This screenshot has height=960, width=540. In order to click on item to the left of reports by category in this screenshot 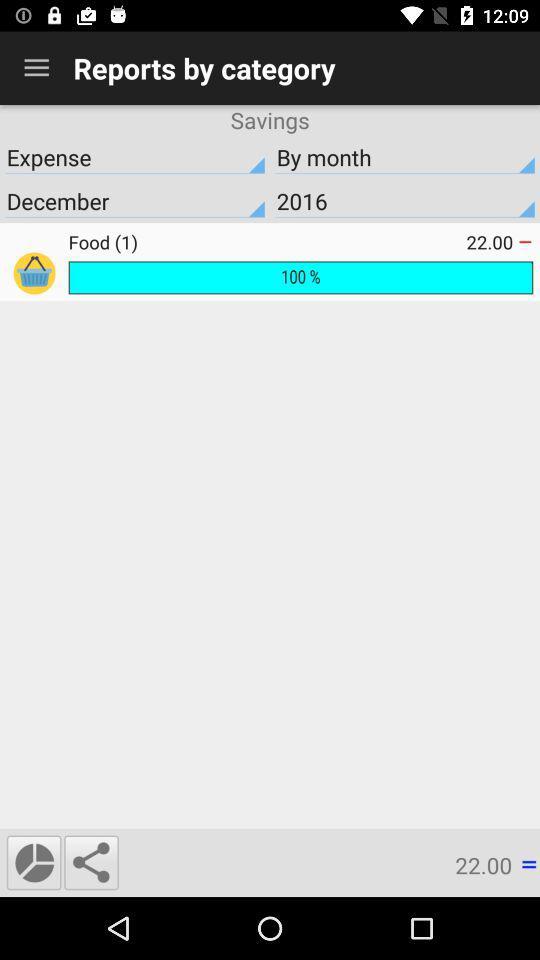, I will do `click(36, 68)`.